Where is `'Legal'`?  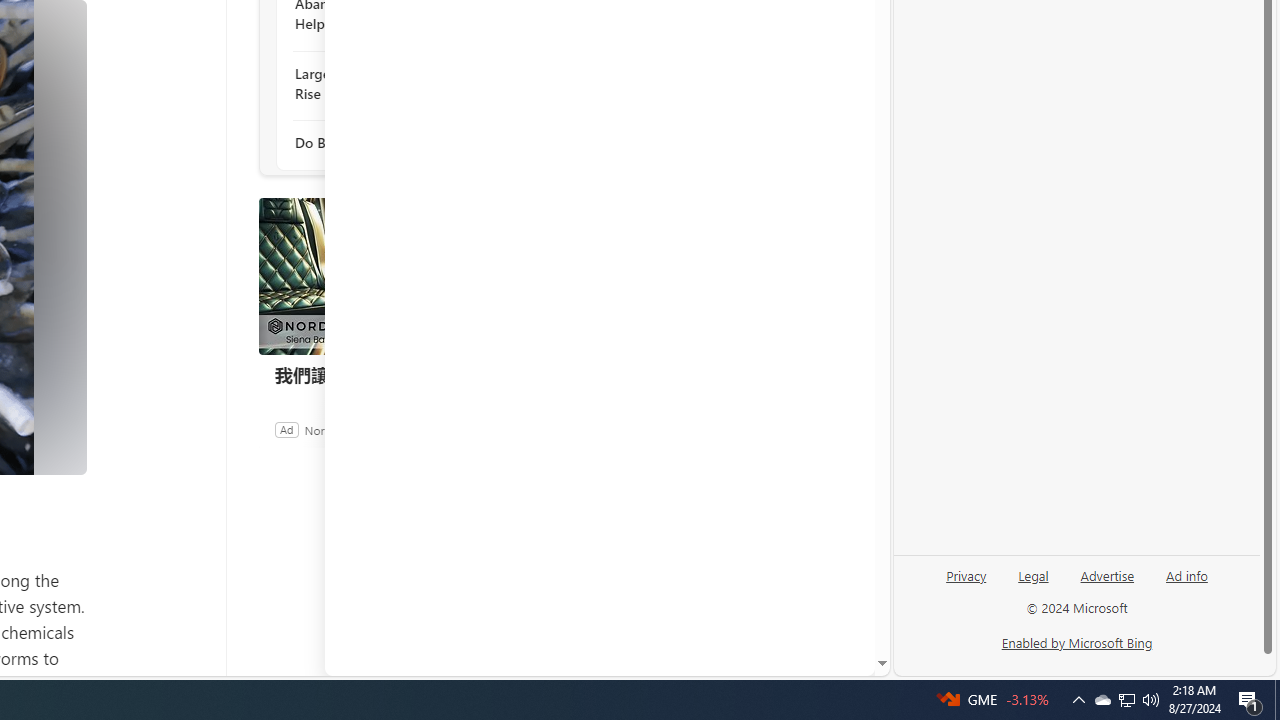 'Legal' is located at coordinates (1033, 583).